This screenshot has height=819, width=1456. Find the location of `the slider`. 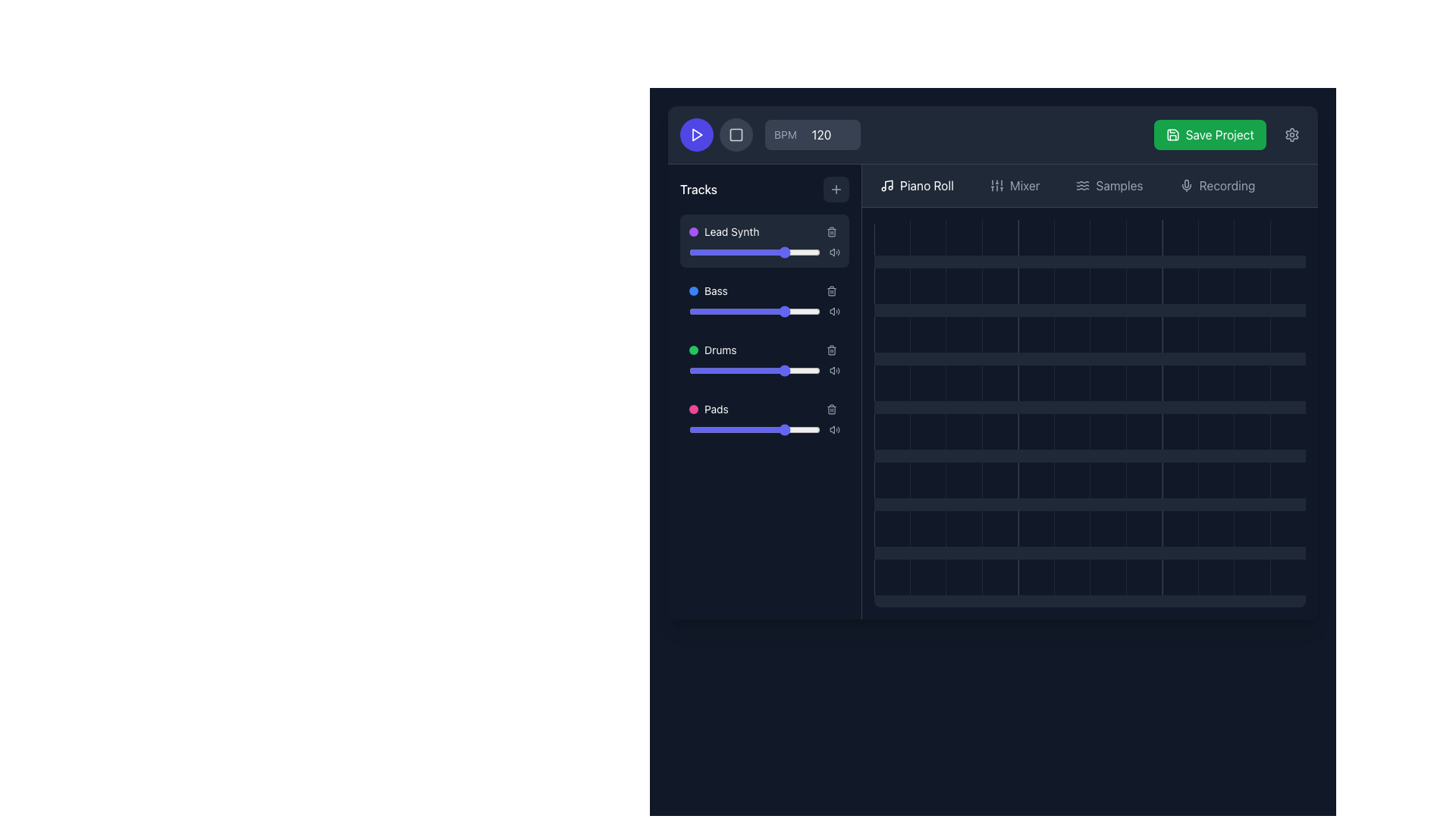

the slider is located at coordinates (716, 430).